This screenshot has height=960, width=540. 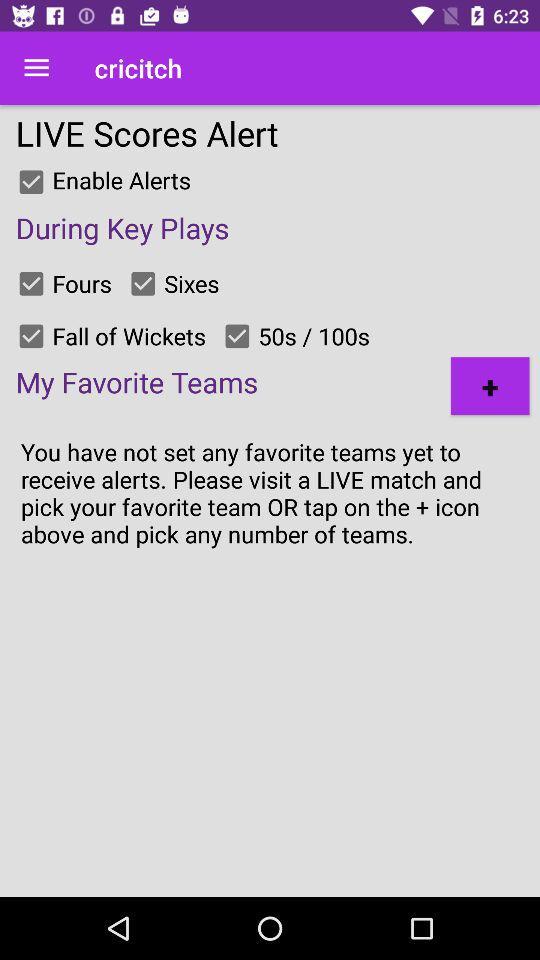 What do you see at coordinates (489, 385) in the screenshot?
I see `the + item` at bounding box center [489, 385].